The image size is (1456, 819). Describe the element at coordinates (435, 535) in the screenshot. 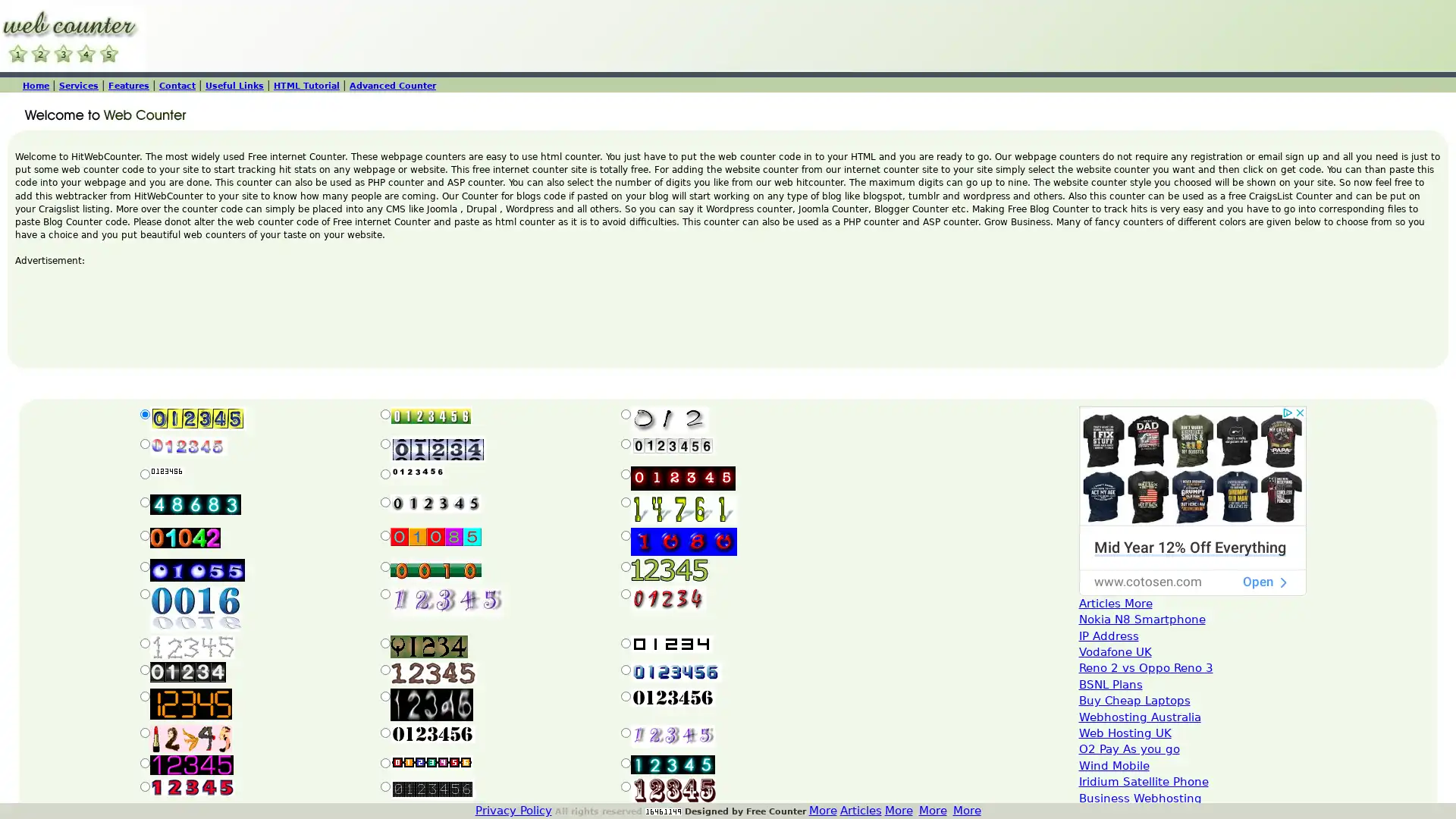

I see `Submit` at that location.